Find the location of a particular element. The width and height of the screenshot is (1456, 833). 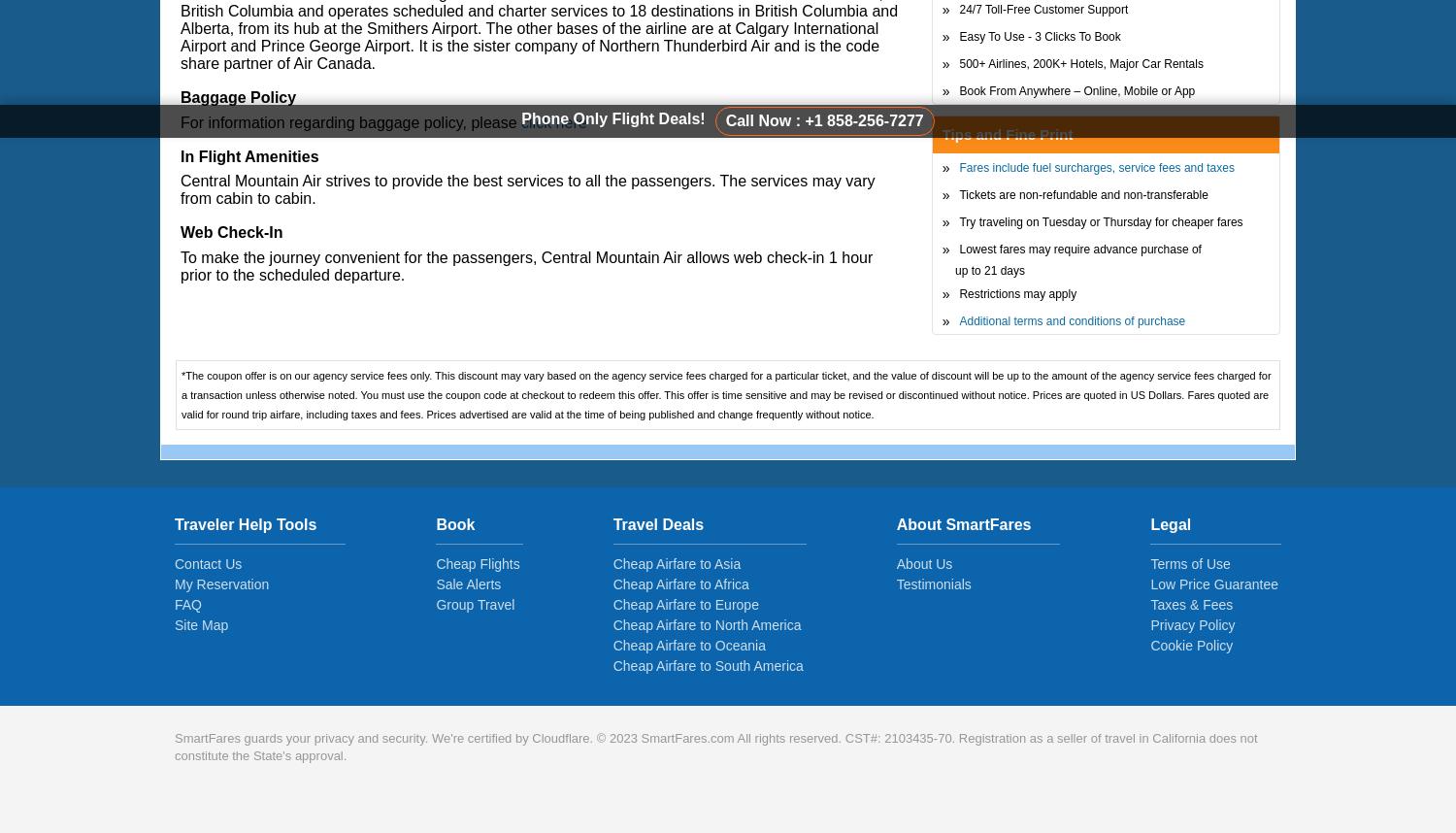

'Terms of Use' is located at coordinates (1188, 563).